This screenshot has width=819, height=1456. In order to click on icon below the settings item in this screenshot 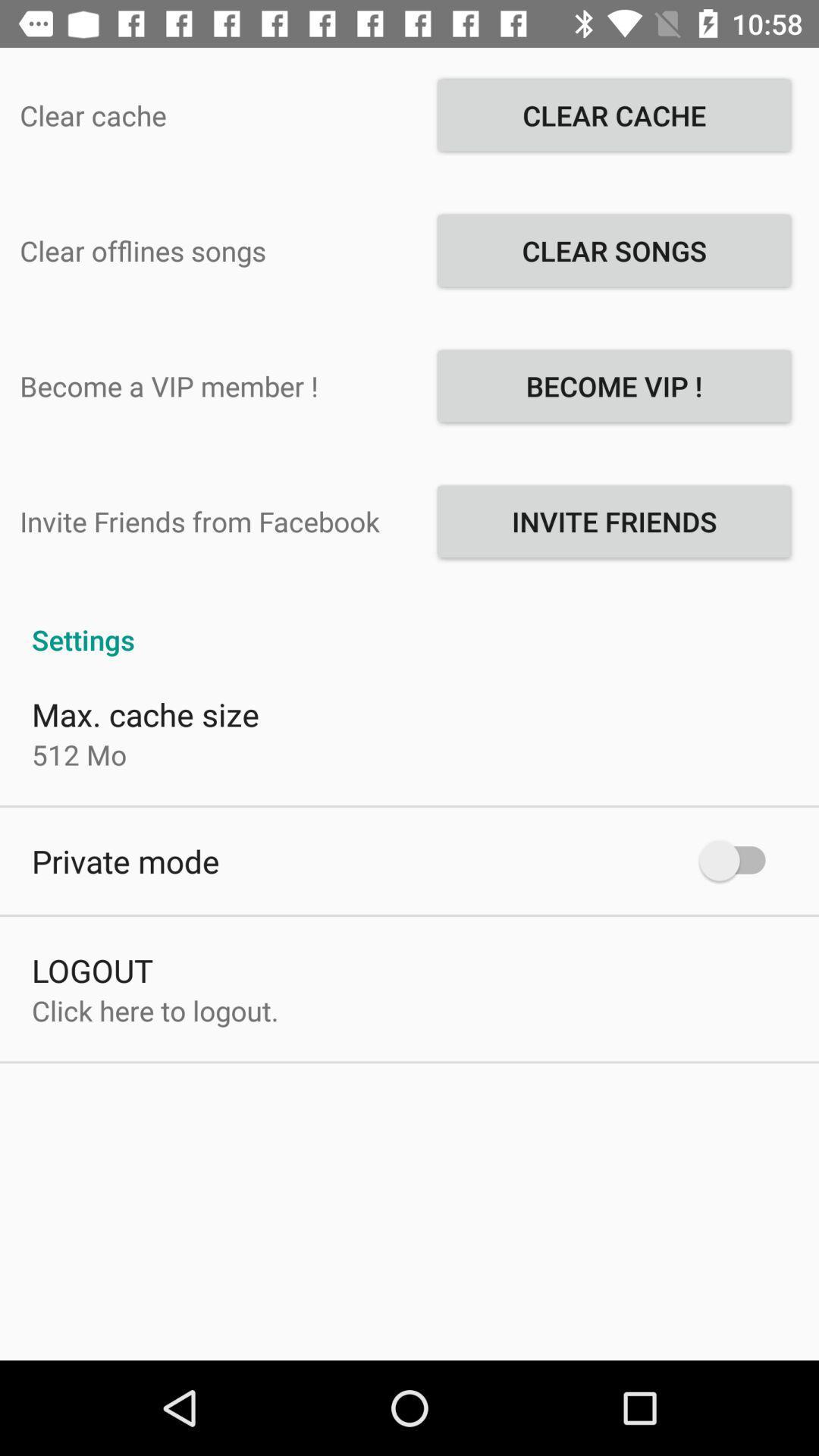, I will do `click(146, 713)`.